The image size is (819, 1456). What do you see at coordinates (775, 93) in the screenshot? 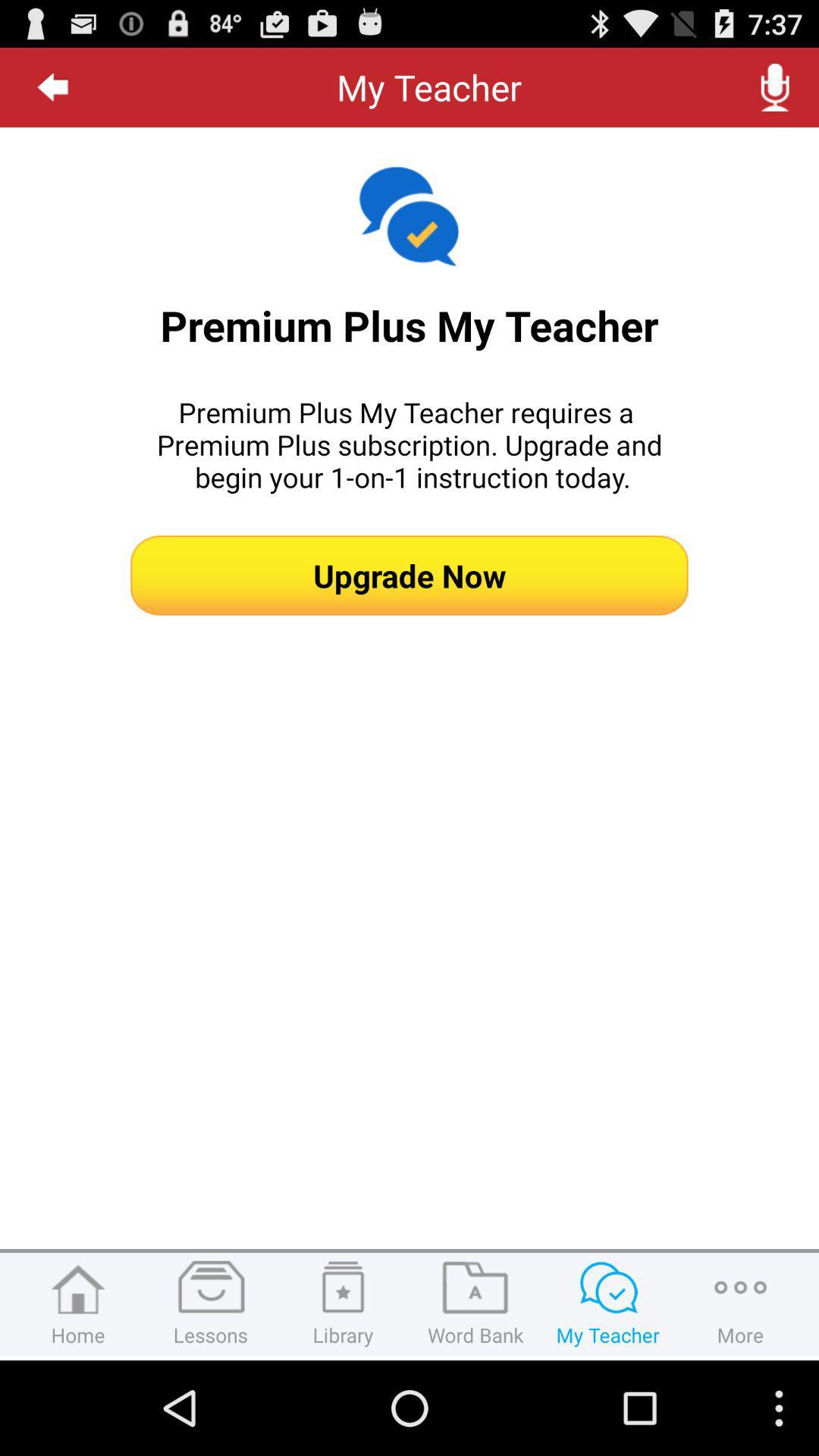
I see `the microphone icon` at bounding box center [775, 93].